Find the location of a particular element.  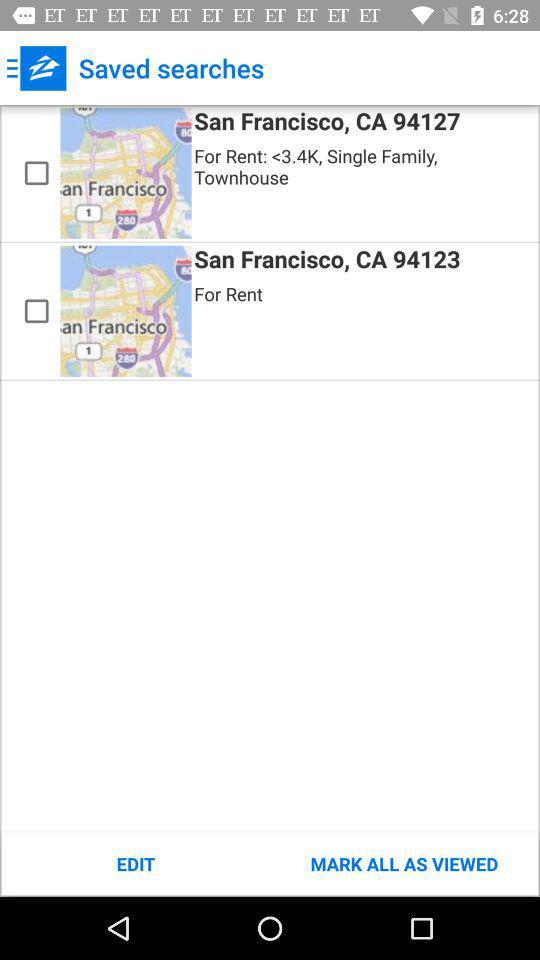

the item at the bottom right corner is located at coordinates (404, 863).